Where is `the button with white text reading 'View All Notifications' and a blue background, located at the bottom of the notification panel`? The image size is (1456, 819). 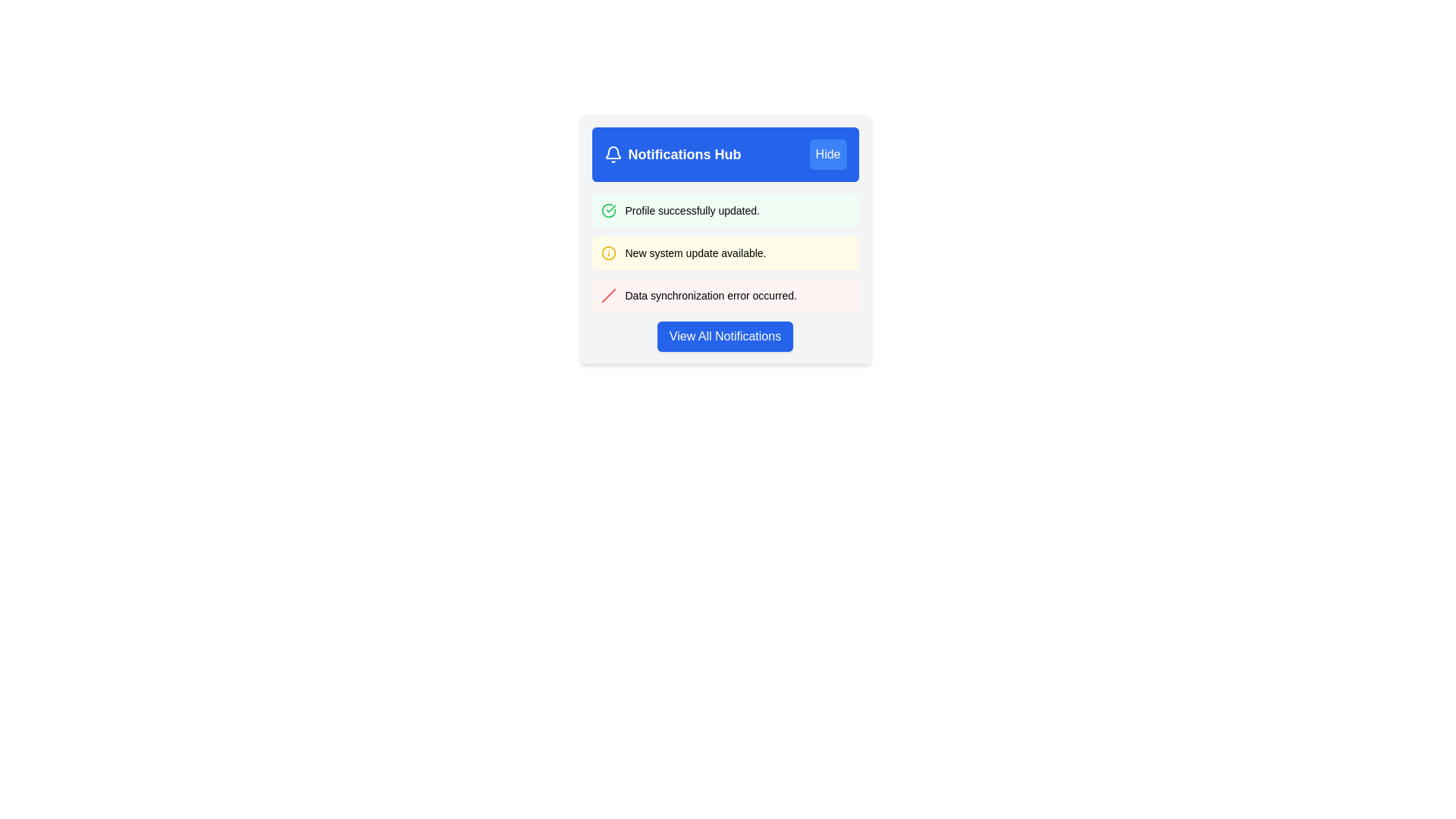 the button with white text reading 'View All Notifications' and a blue background, located at the bottom of the notification panel is located at coordinates (724, 335).